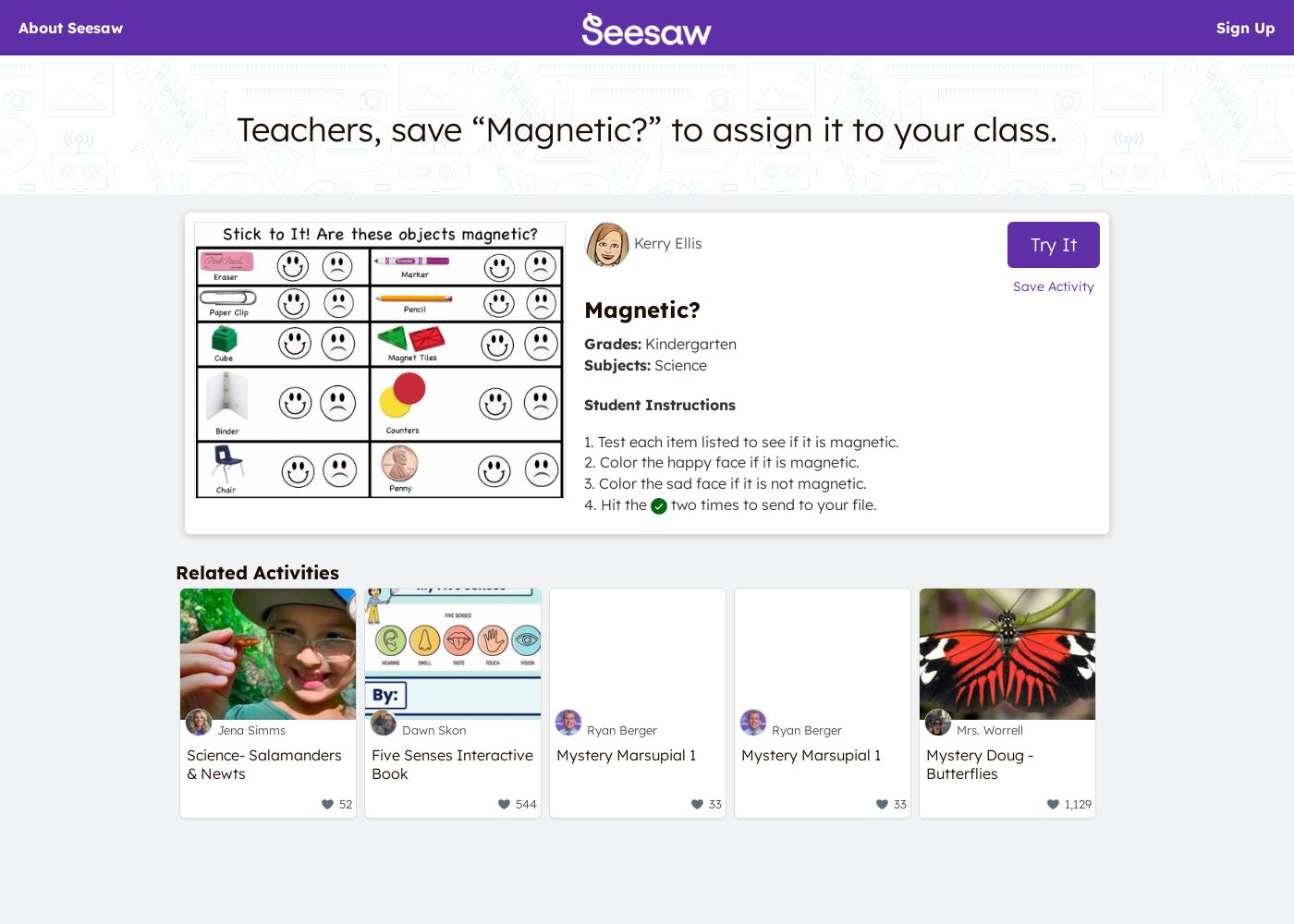  I want to click on 'Mrs. Worrell', so click(990, 729).